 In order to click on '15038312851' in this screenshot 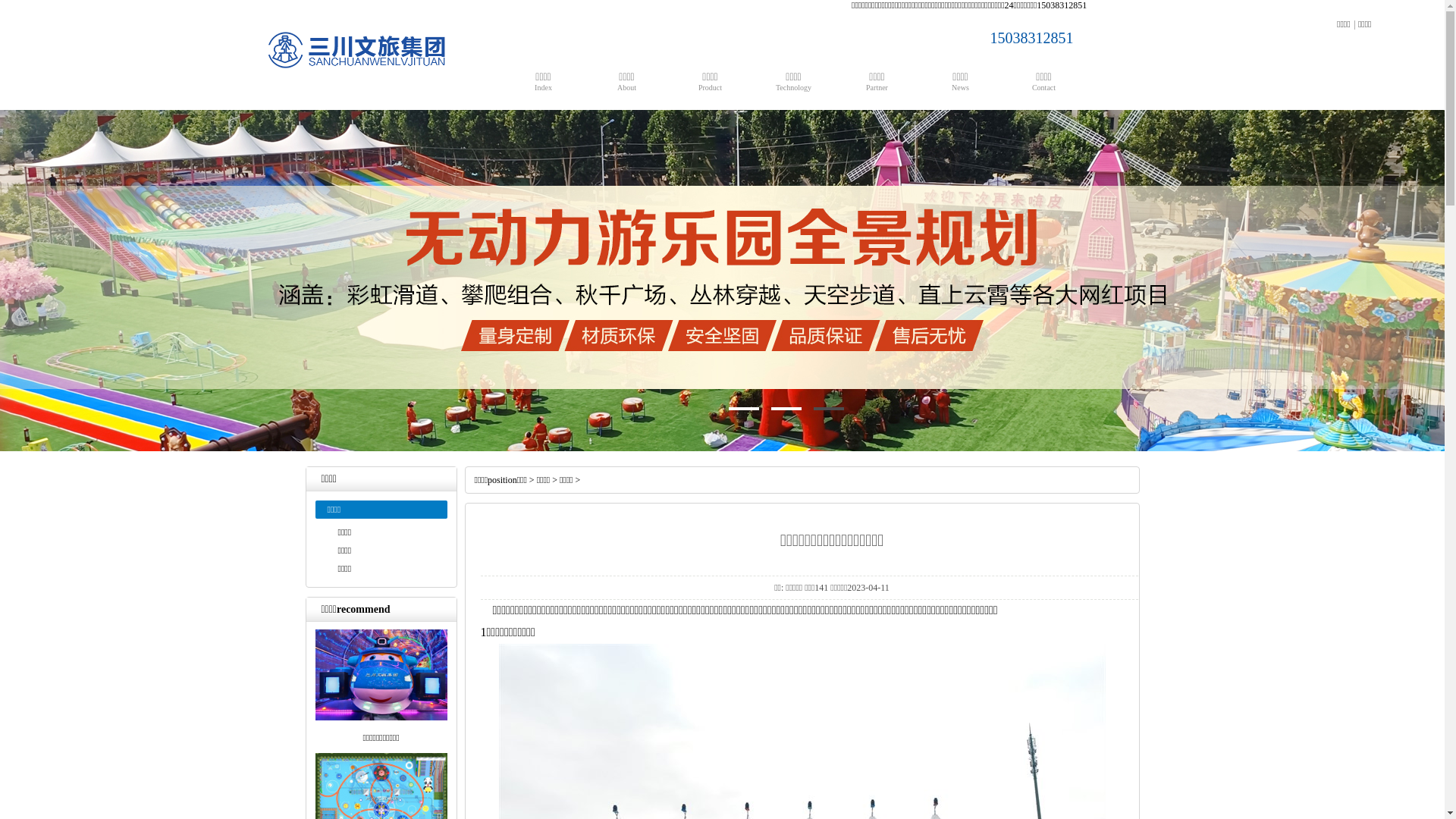, I will do `click(1012, 37)`.